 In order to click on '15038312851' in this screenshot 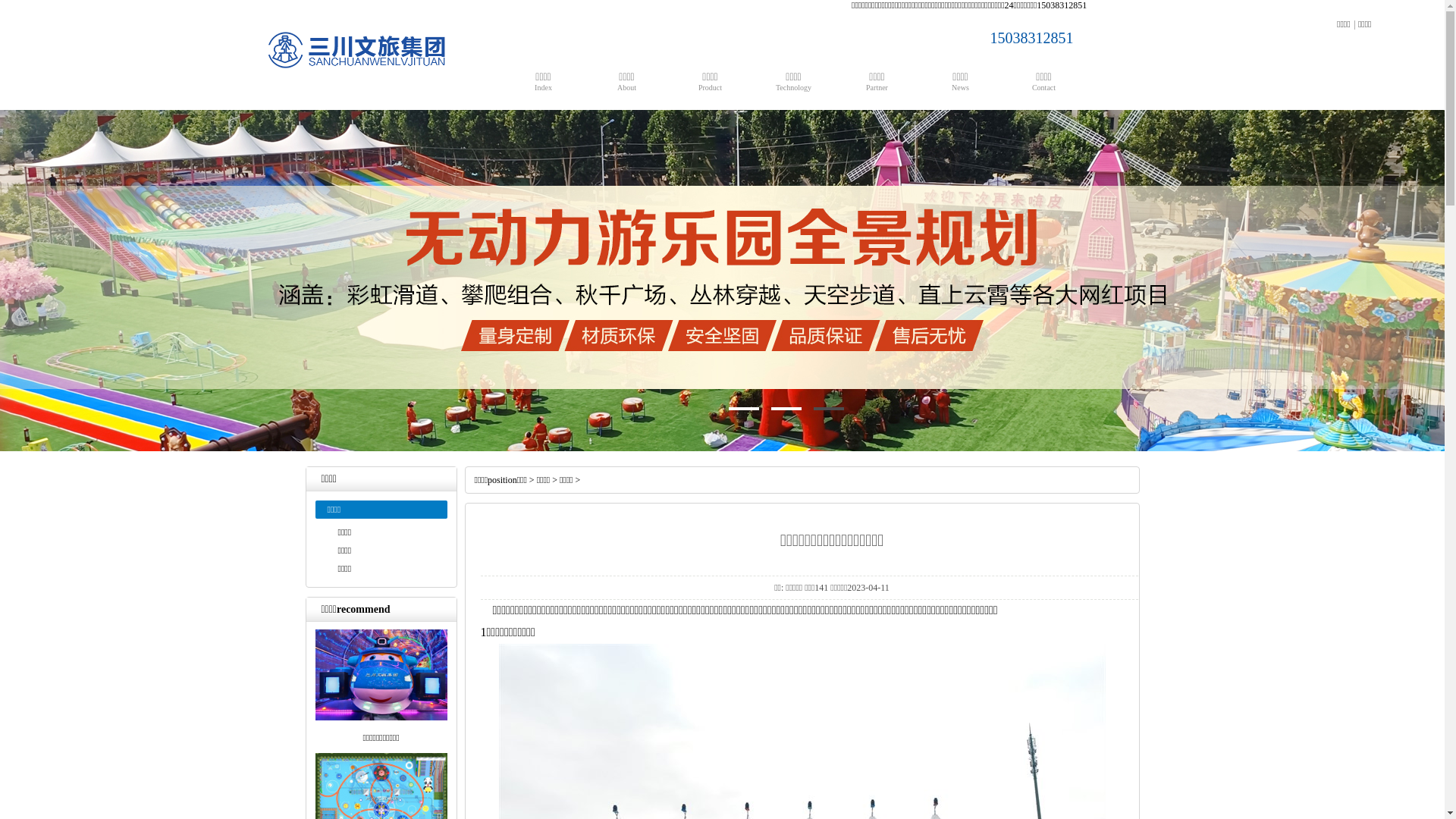, I will do `click(1012, 37)`.